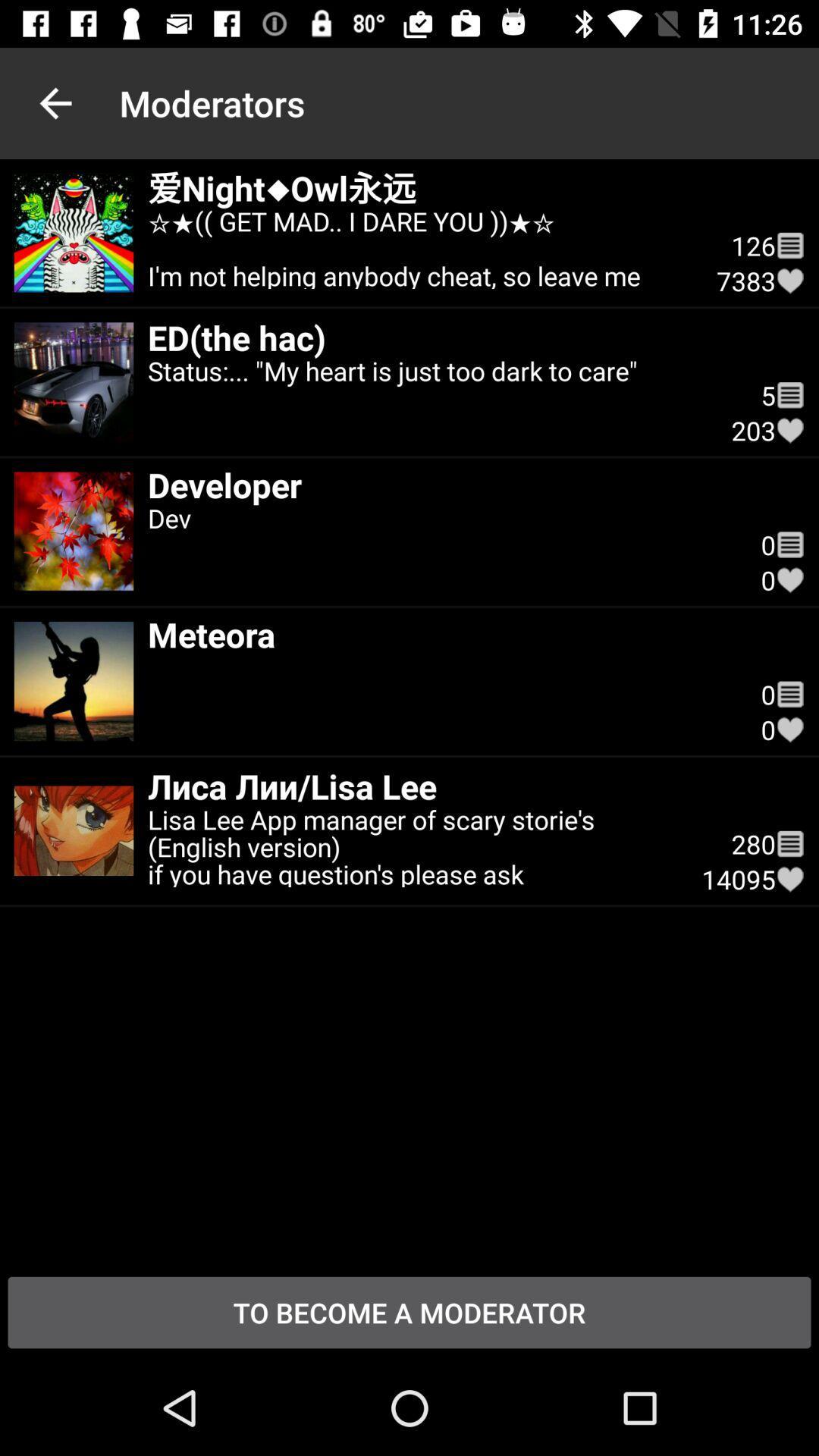  I want to click on the icon above 7383, so click(789, 246).